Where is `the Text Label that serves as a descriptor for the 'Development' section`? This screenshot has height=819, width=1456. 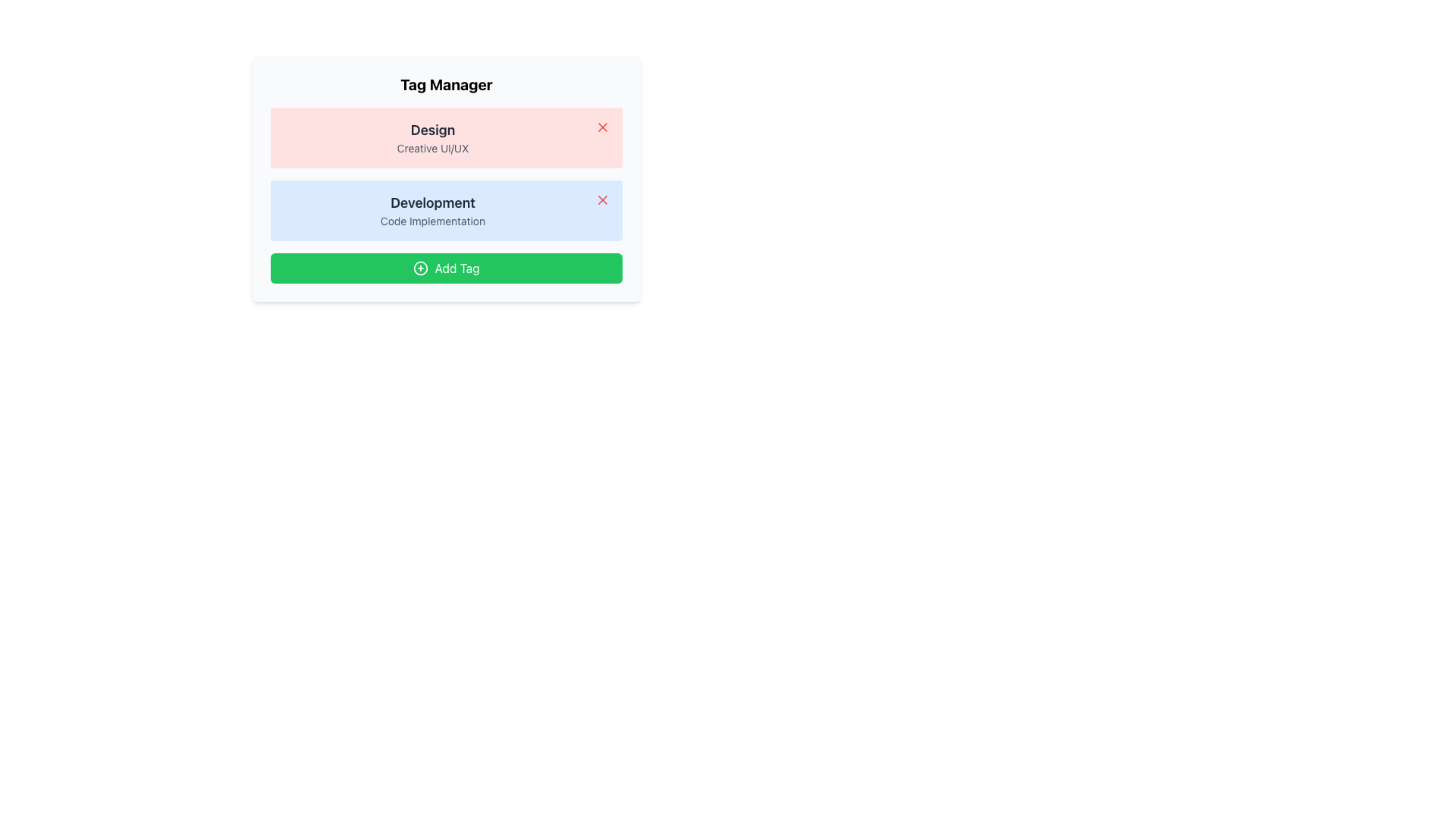
the Text Label that serves as a descriptor for the 'Development' section is located at coordinates (432, 221).